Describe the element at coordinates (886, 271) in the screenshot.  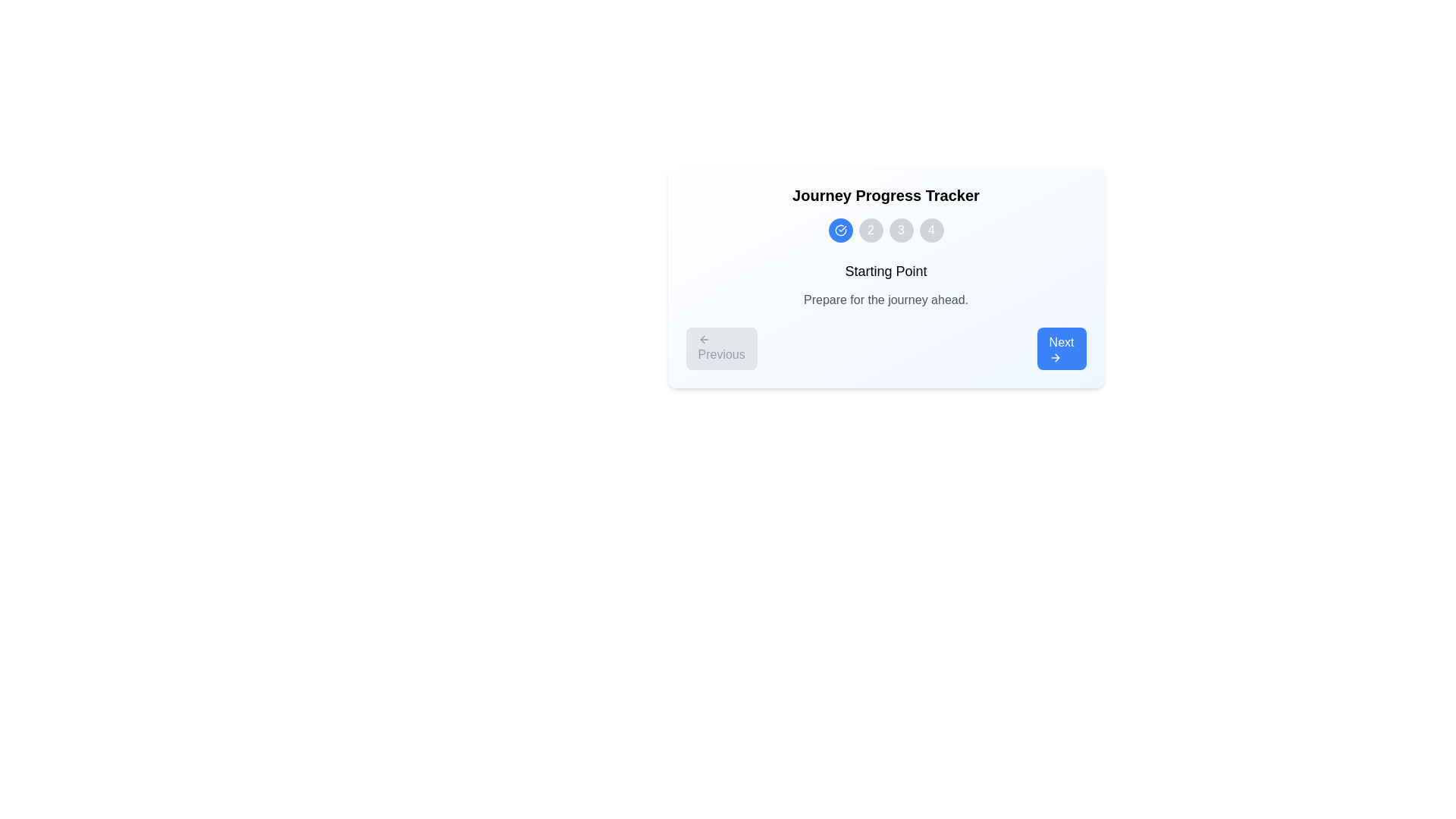
I see `the text label that serves as a title or heading for the section above the text 'Prepare for the journey ahead.'` at that location.